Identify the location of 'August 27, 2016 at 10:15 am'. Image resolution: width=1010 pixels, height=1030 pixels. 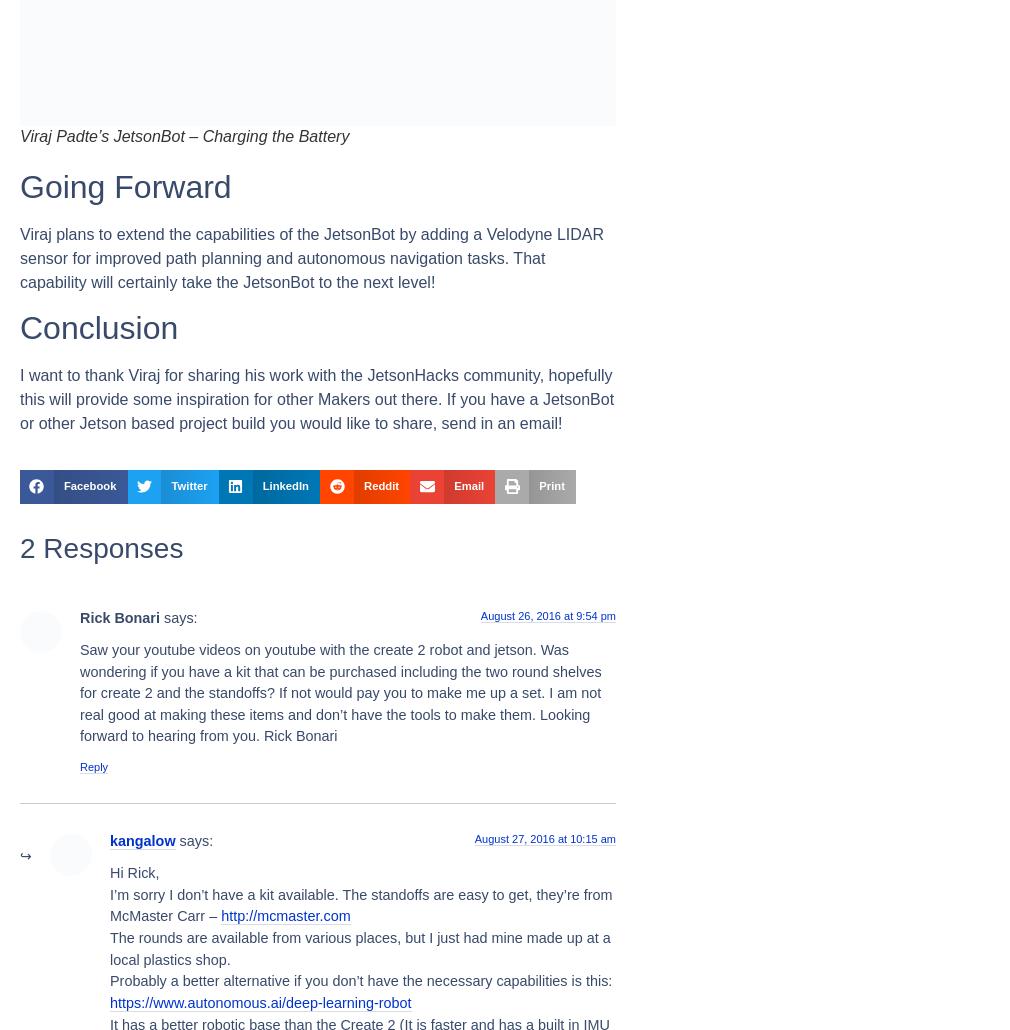
(543, 838).